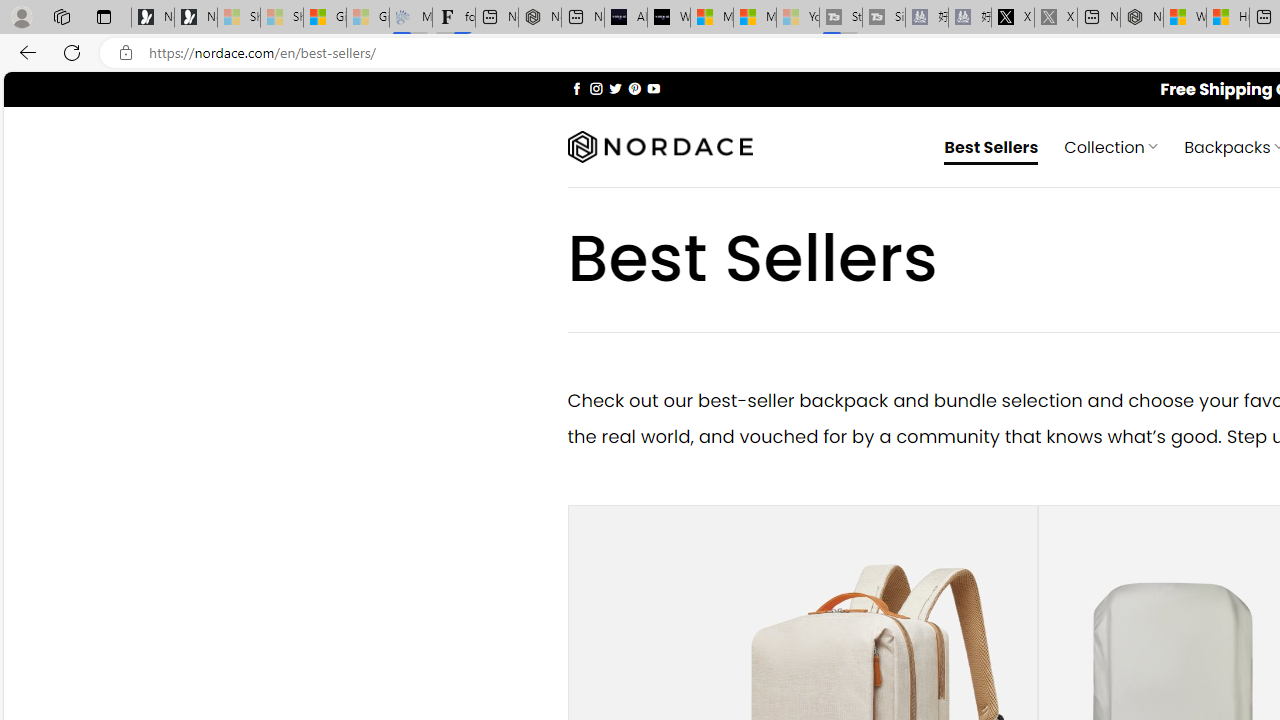 This screenshot has height=720, width=1280. What do you see at coordinates (1227, 17) in the screenshot?
I see `'Huge shark washes ashore at New York City beach | Watch'` at bounding box center [1227, 17].